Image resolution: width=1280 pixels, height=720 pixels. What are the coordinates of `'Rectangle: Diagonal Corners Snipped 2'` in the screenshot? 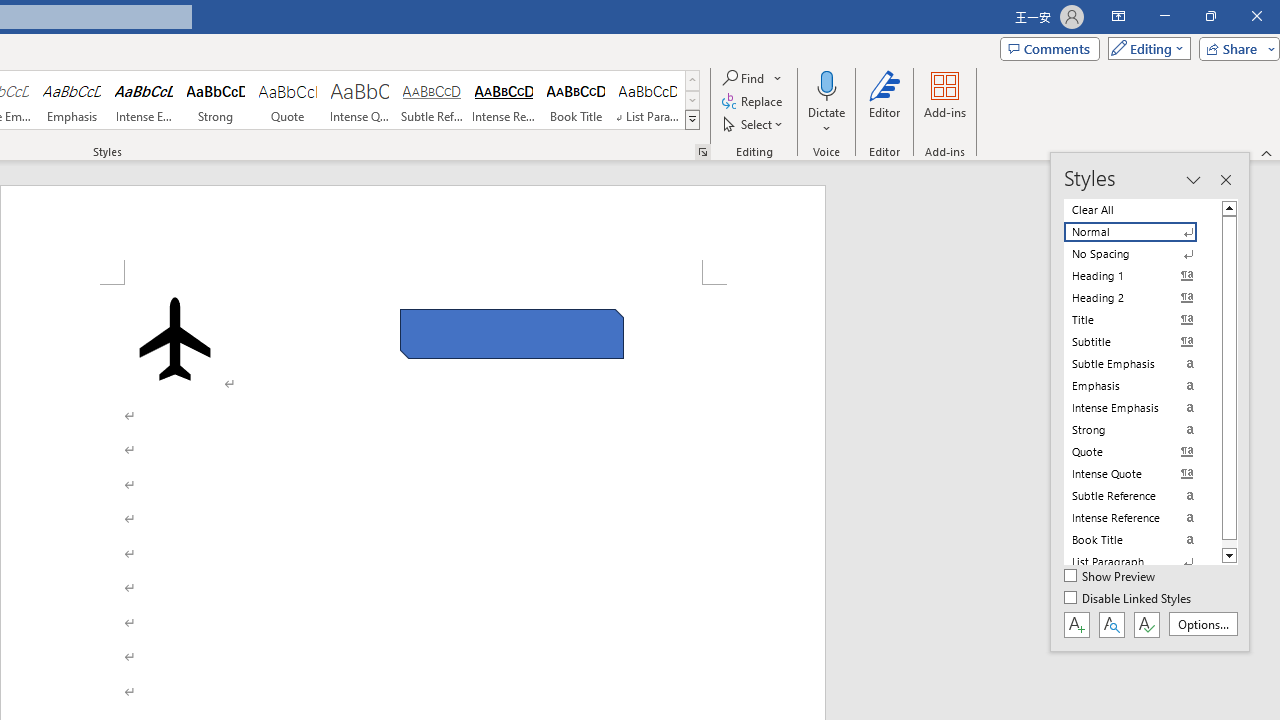 It's located at (512, 333).